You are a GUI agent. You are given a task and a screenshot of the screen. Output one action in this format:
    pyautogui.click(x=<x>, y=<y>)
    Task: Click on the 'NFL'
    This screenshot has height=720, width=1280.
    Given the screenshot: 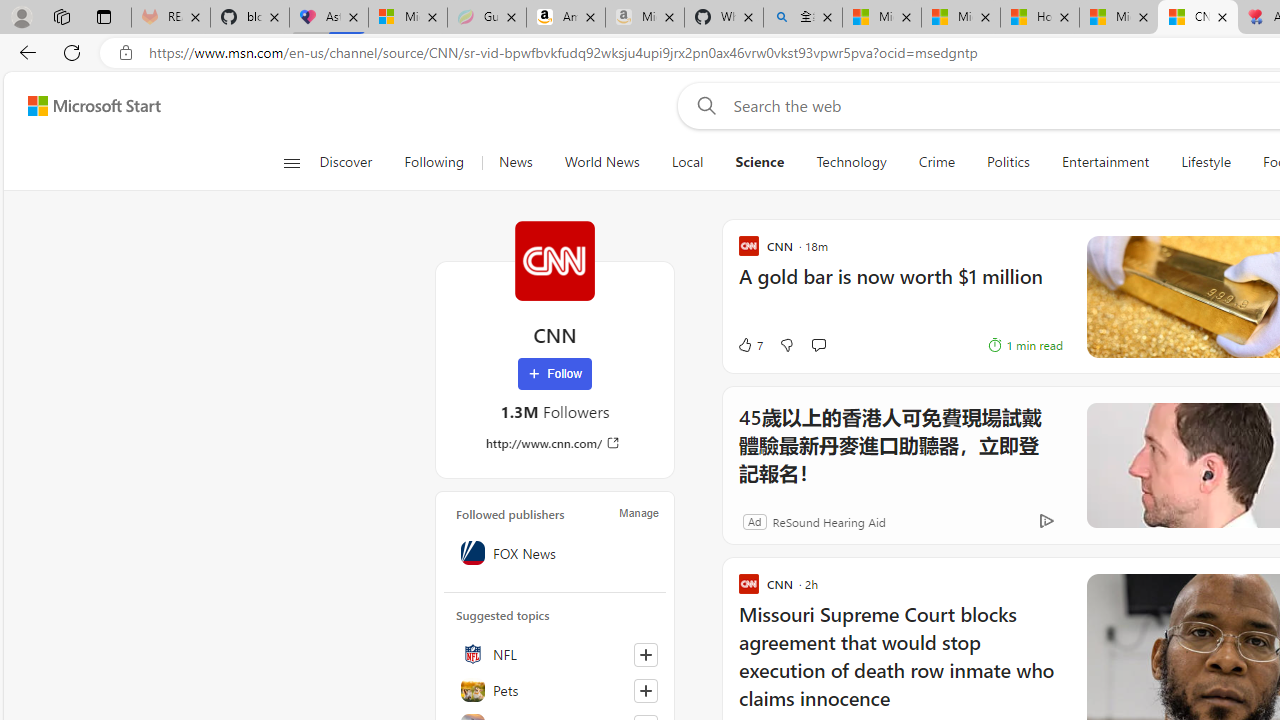 What is the action you would take?
    pyautogui.click(x=555, y=654)
    